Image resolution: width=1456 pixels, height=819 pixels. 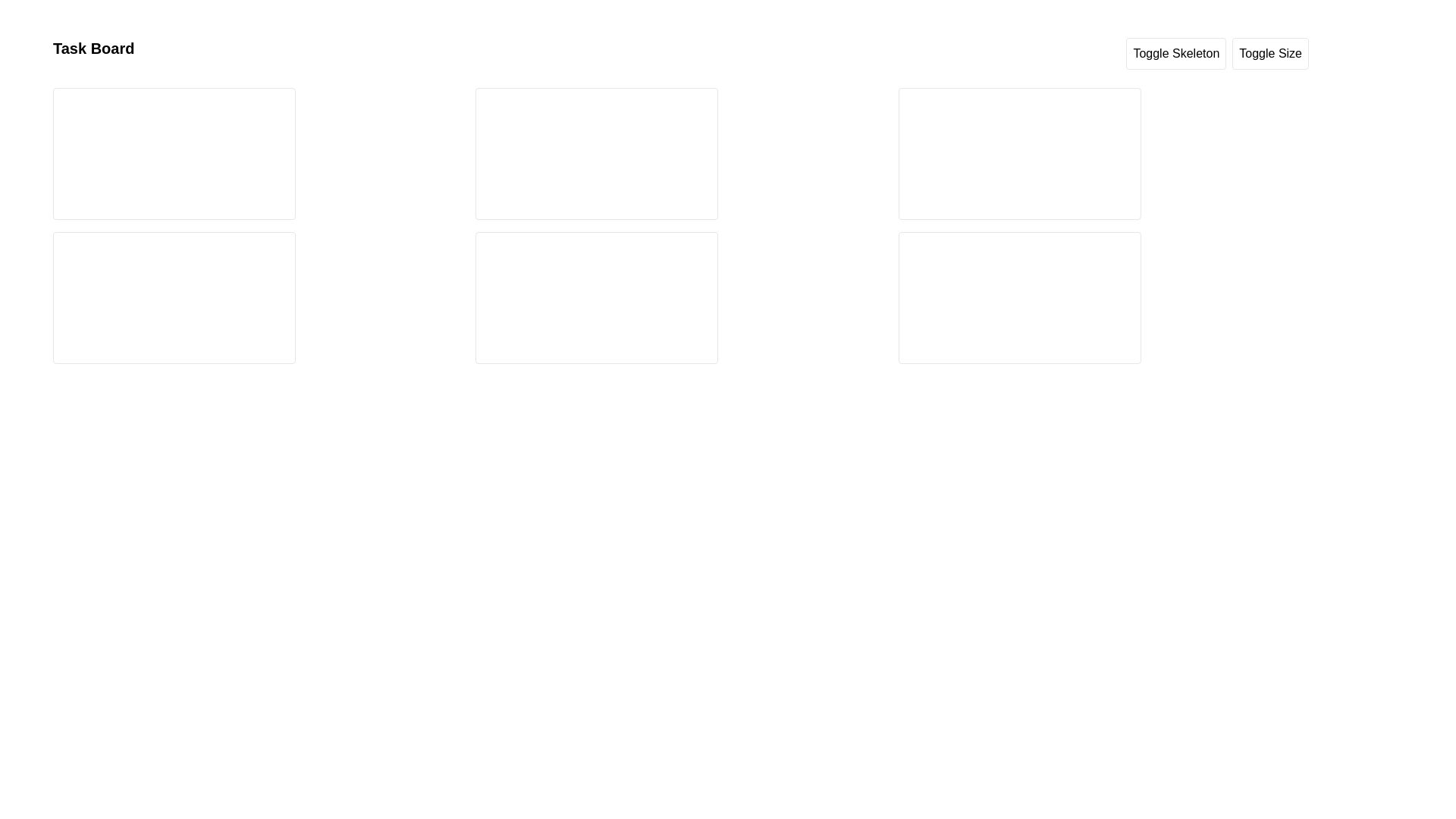 What do you see at coordinates (997, 318) in the screenshot?
I see `the second skeleton loader component, which serves as a placeholder for dynamically loaded content, located in the lower-right quadrant of the layout` at bounding box center [997, 318].